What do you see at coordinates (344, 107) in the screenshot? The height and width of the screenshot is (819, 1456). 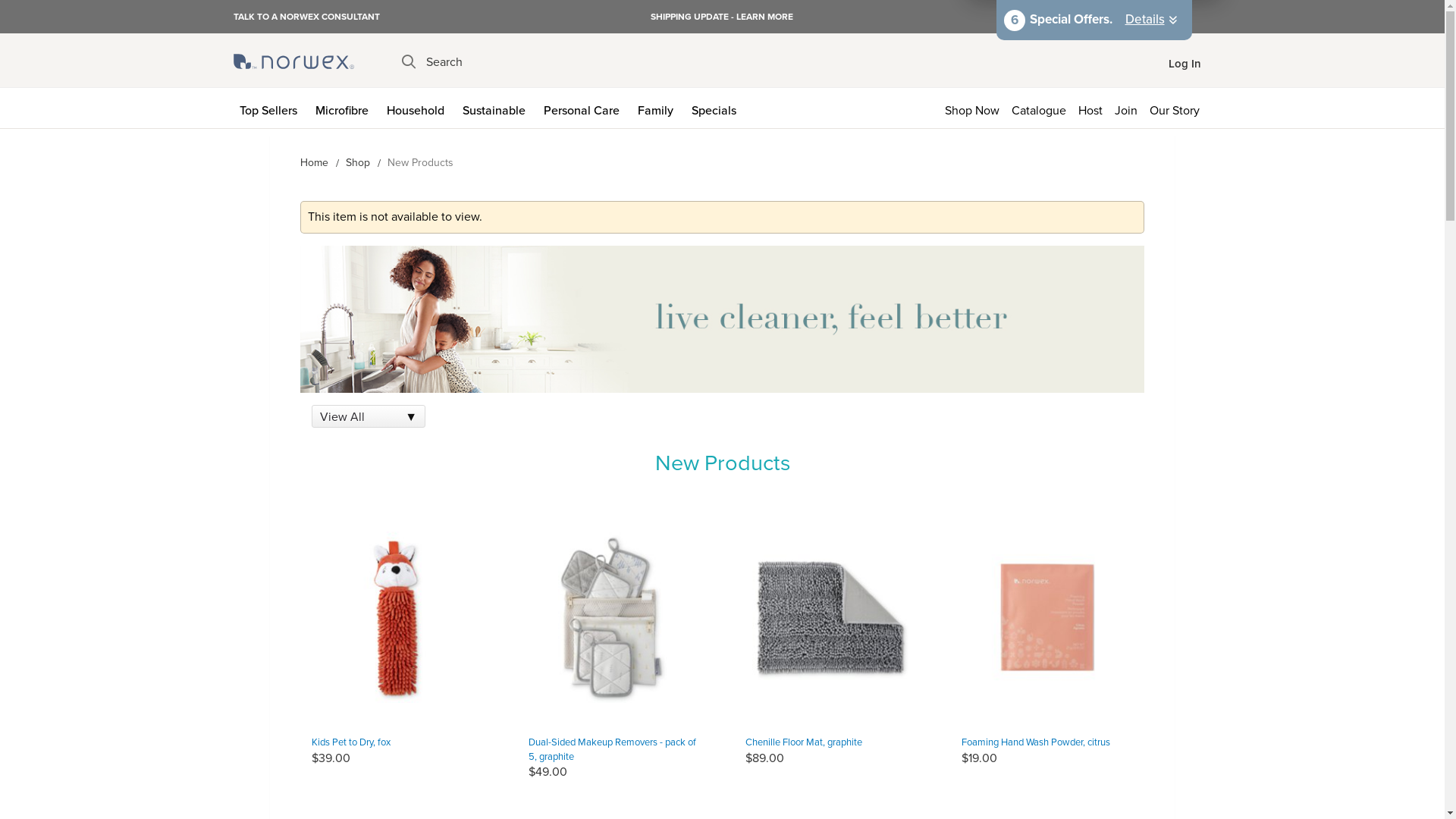 I see `'Microfibre'` at bounding box center [344, 107].